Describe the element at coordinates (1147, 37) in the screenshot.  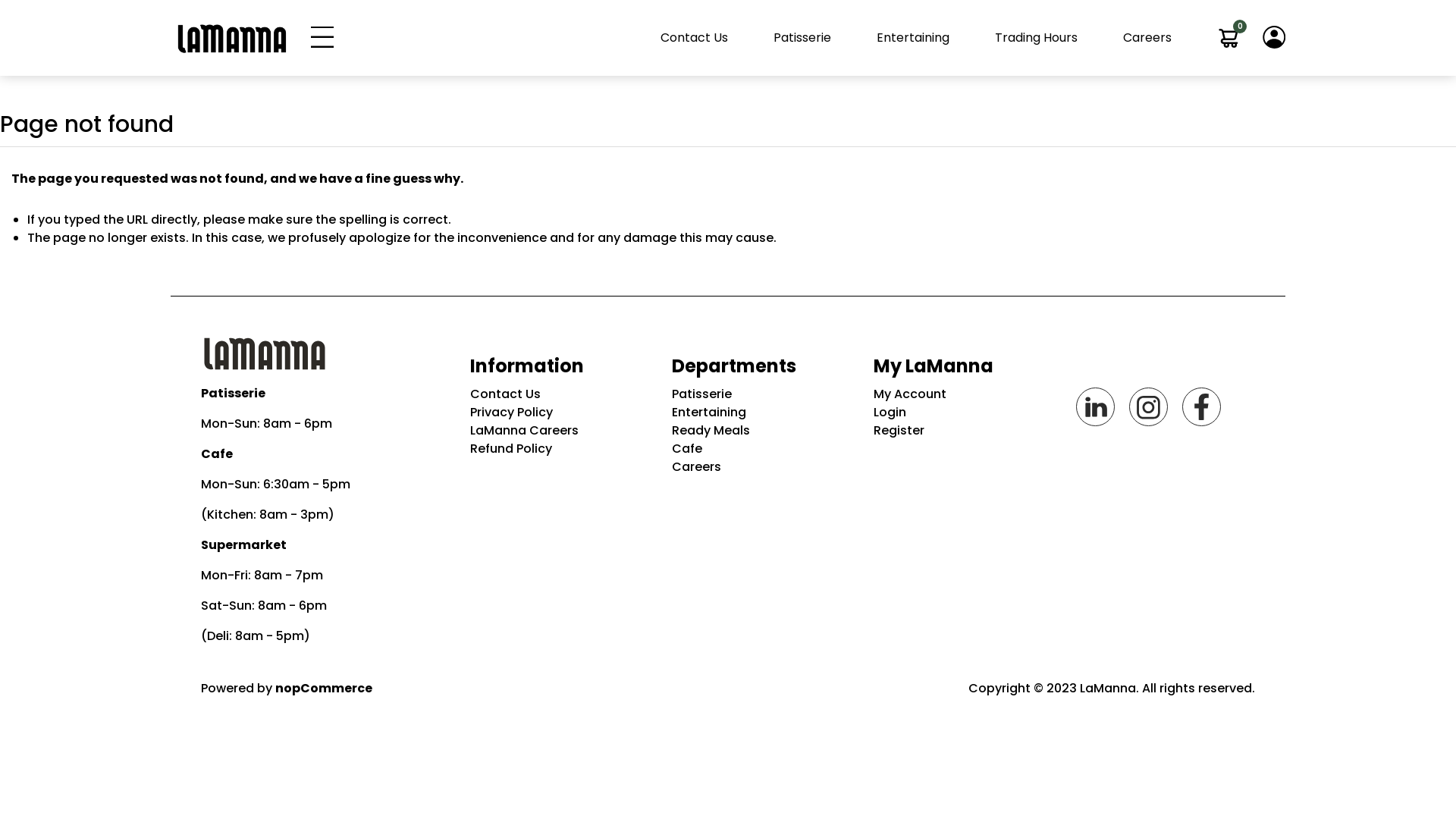
I see `'Careers'` at that location.